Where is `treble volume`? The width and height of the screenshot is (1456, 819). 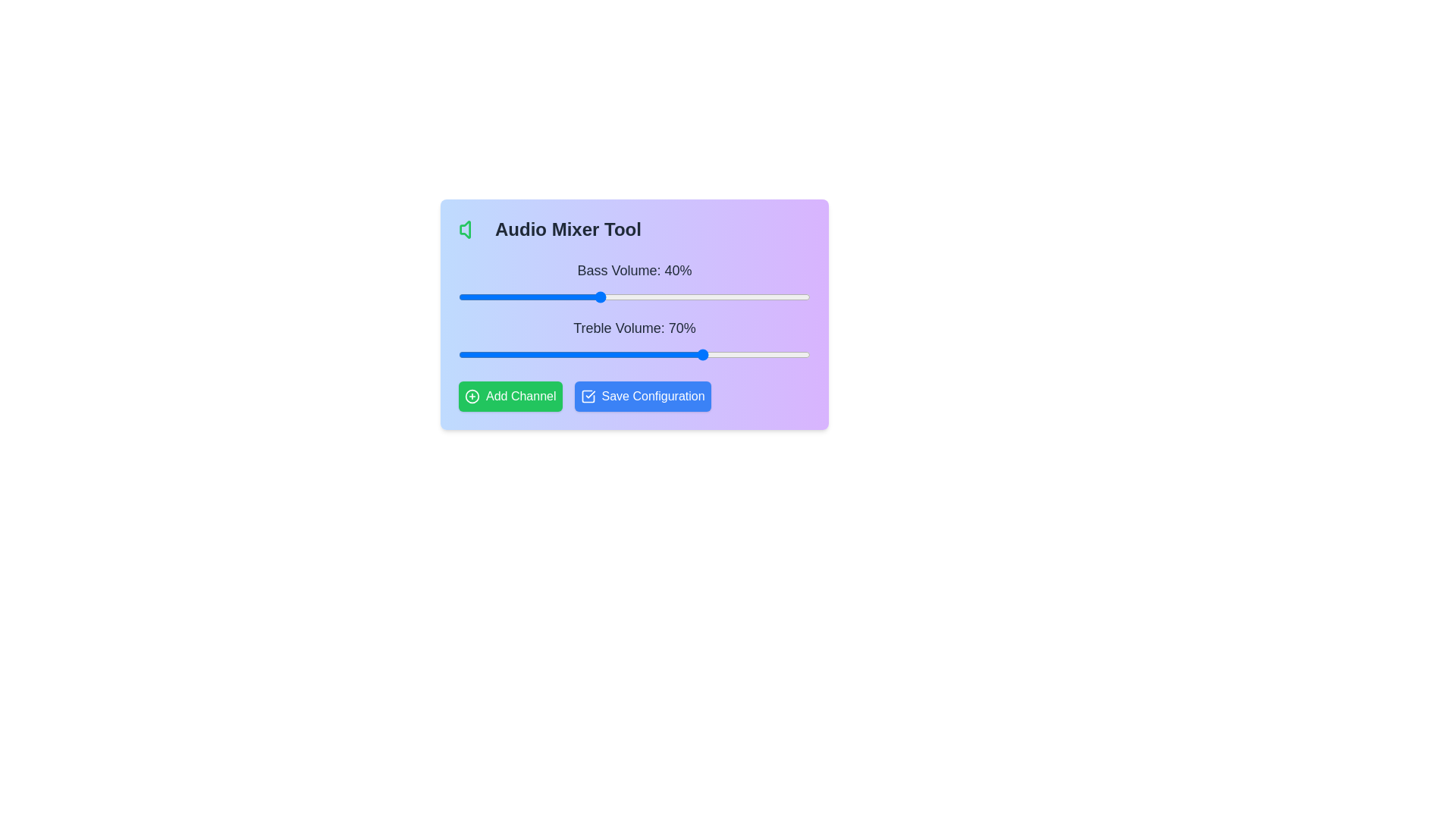 treble volume is located at coordinates (655, 354).